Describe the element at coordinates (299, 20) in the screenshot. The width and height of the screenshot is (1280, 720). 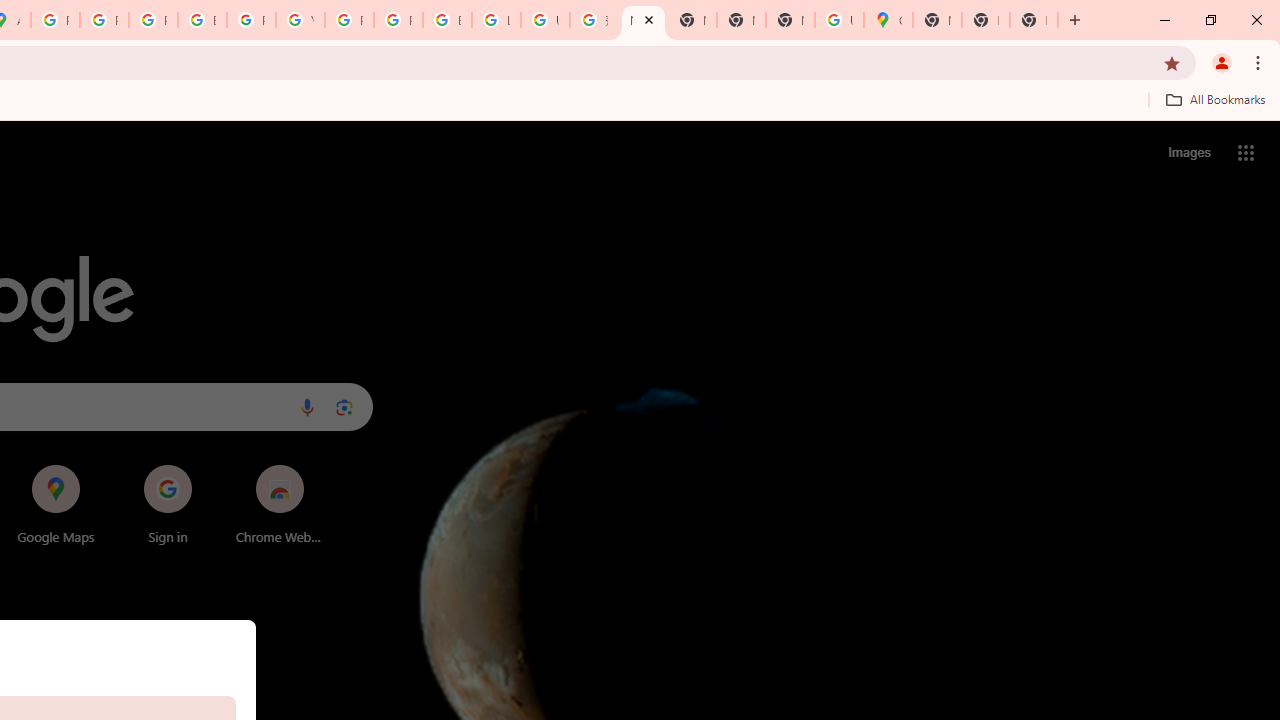
I see `'YouTube'` at that location.